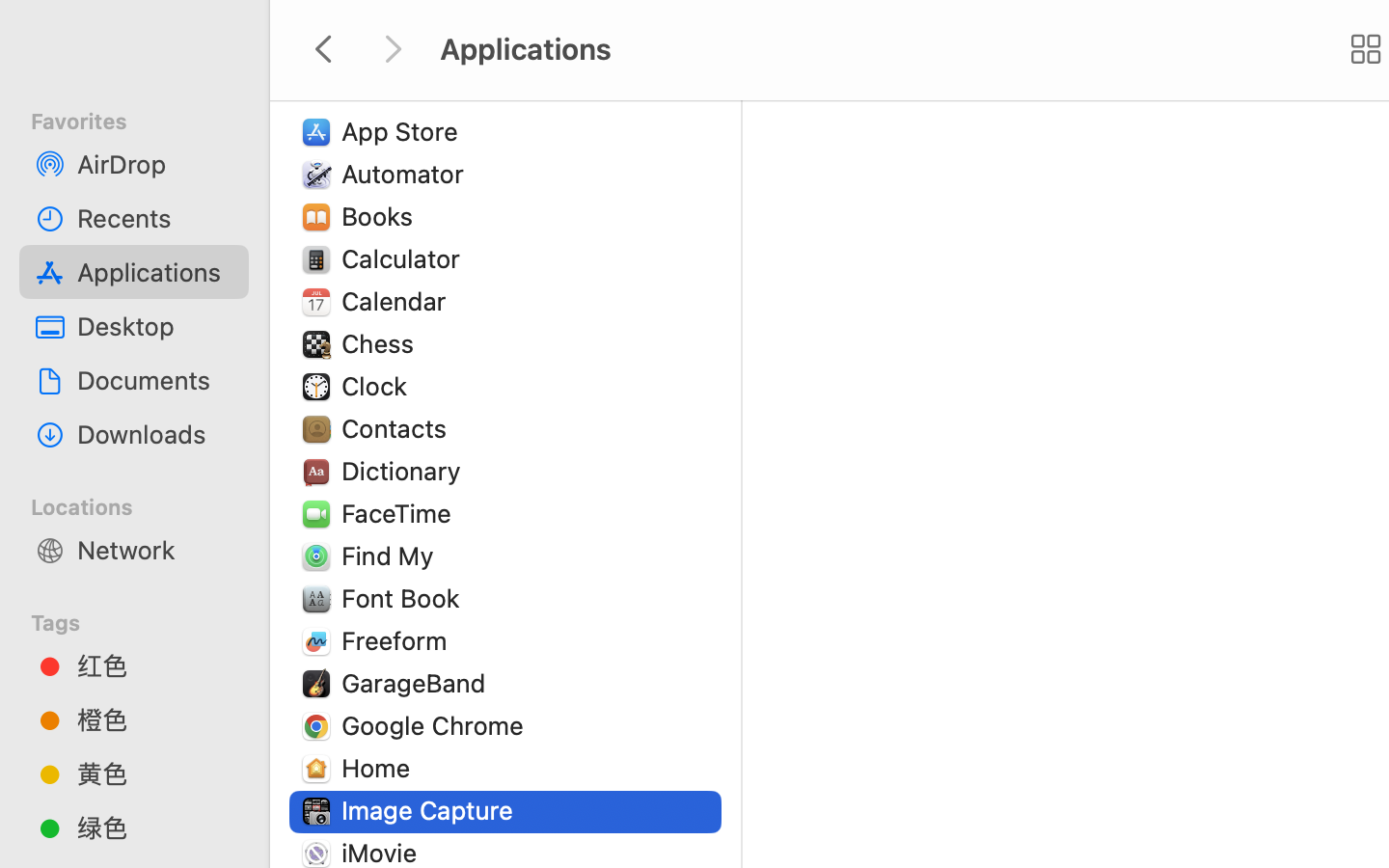  What do you see at coordinates (404, 258) in the screenshot?
I see `'Calculator'` at bounding box center [404, 258].